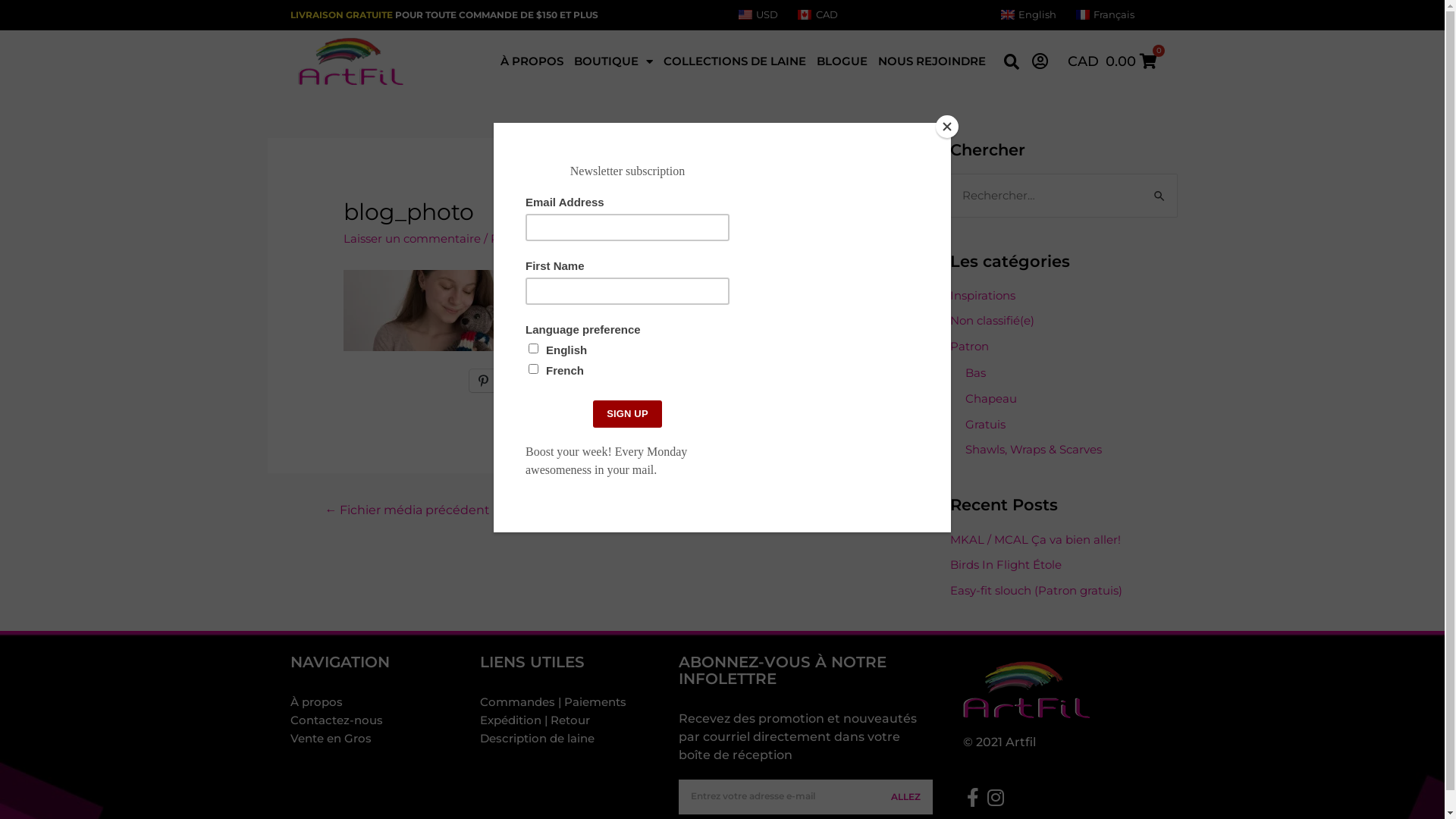 Image resolution: width=1456 pixels, height=819 pixels. I want to click on 'Shawls, Wraps & Scarves', so click(1032, 448).